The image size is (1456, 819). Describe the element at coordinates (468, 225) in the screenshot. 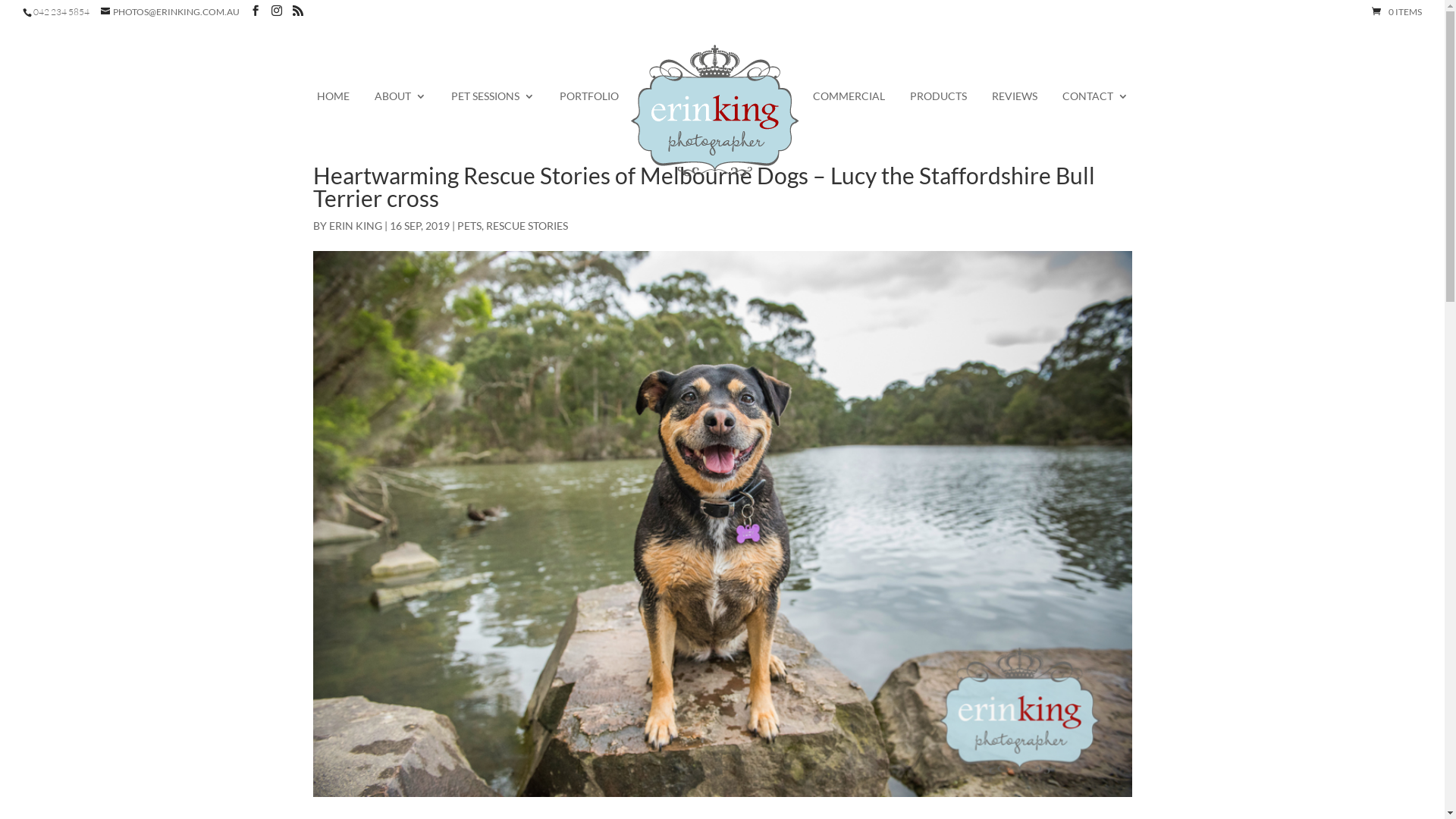

I see `'PETS'` at that location.